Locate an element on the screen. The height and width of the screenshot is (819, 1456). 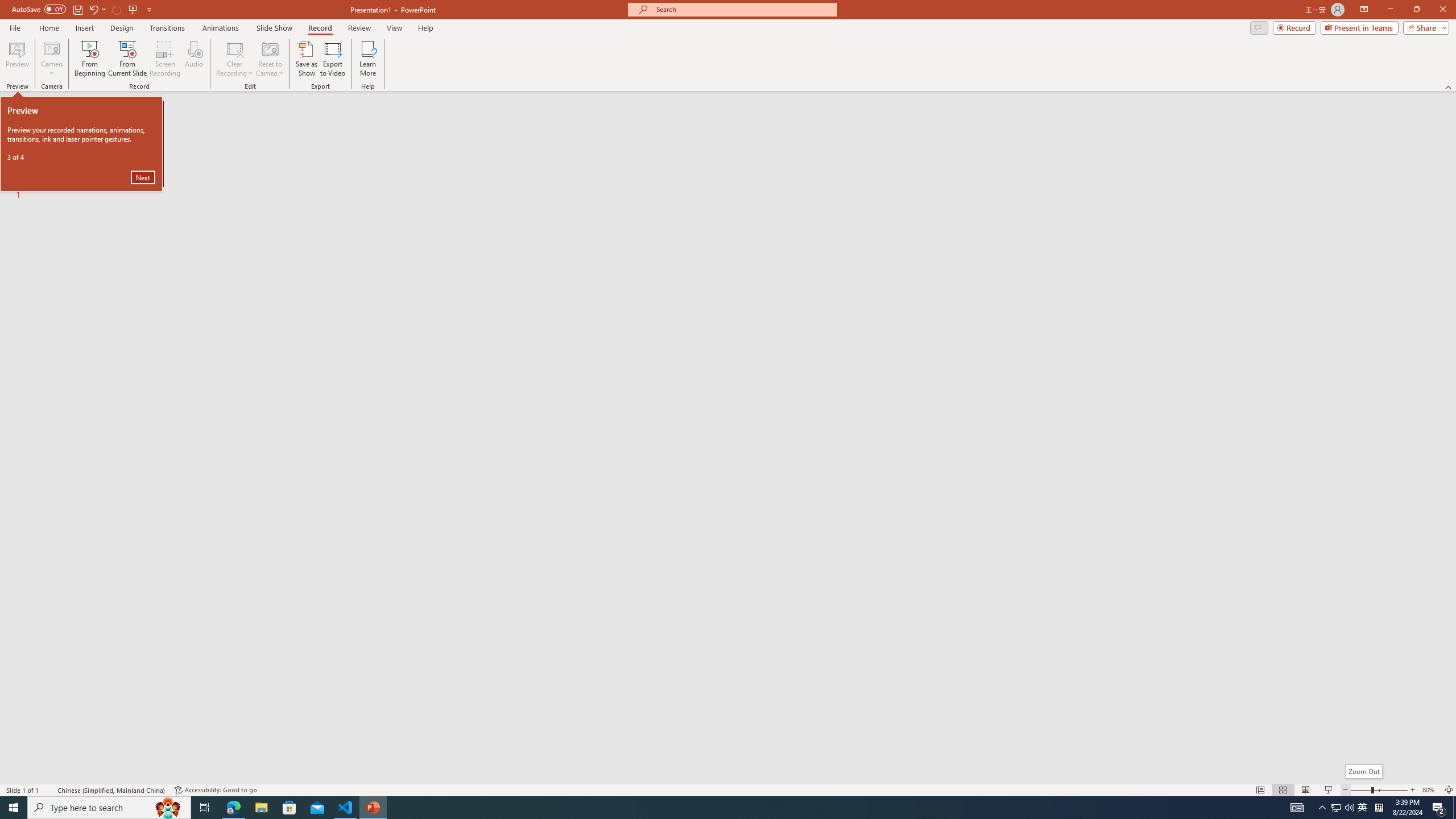
'Microsoft Edge - 1 running window' is located at coordinates (233, 806).